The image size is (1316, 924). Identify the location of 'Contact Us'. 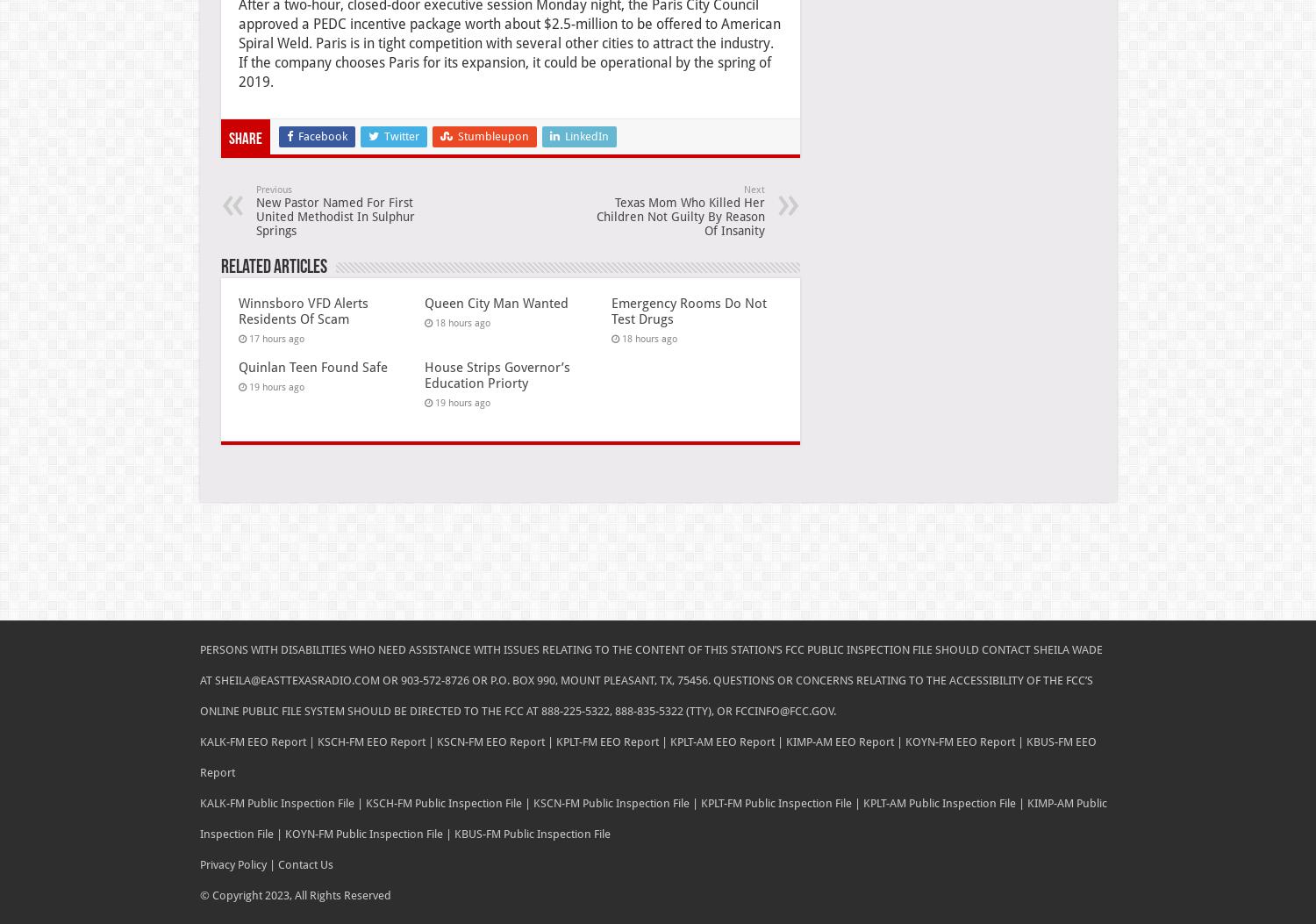
(274, 863).